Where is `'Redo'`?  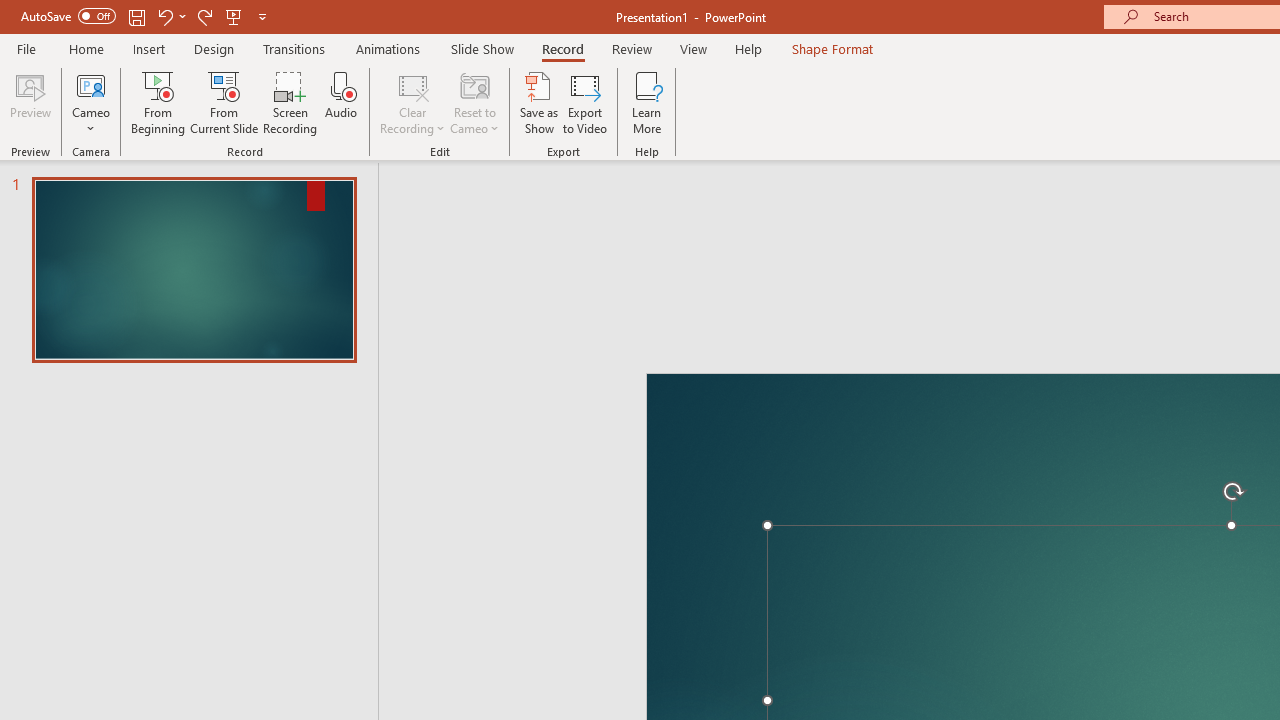
'Redo' is located at coordinates (204, 16).